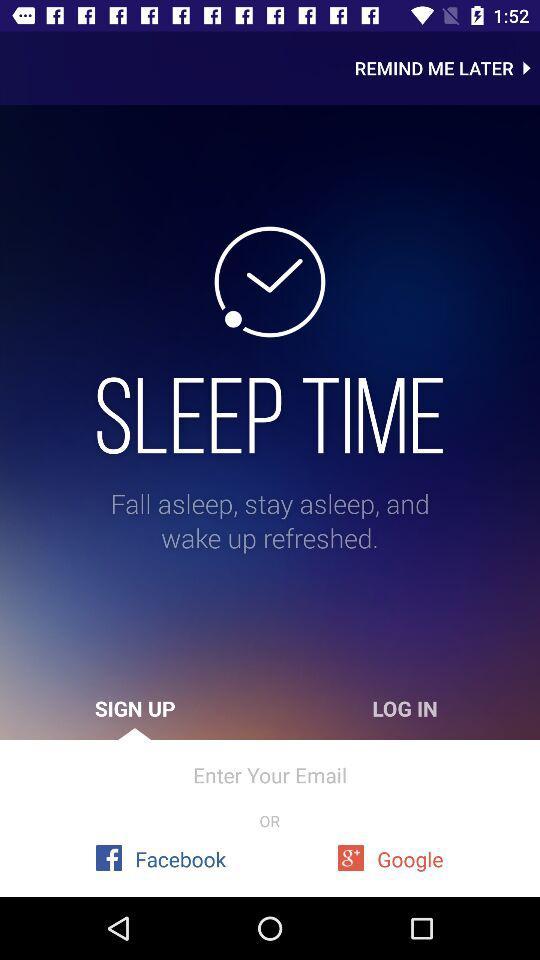 The width and height of the screenshot is (540, 960). What do you see at coordinates (270, 774) in the screenshot?
I see `icon above or icon` at bounding box center [270, 774].